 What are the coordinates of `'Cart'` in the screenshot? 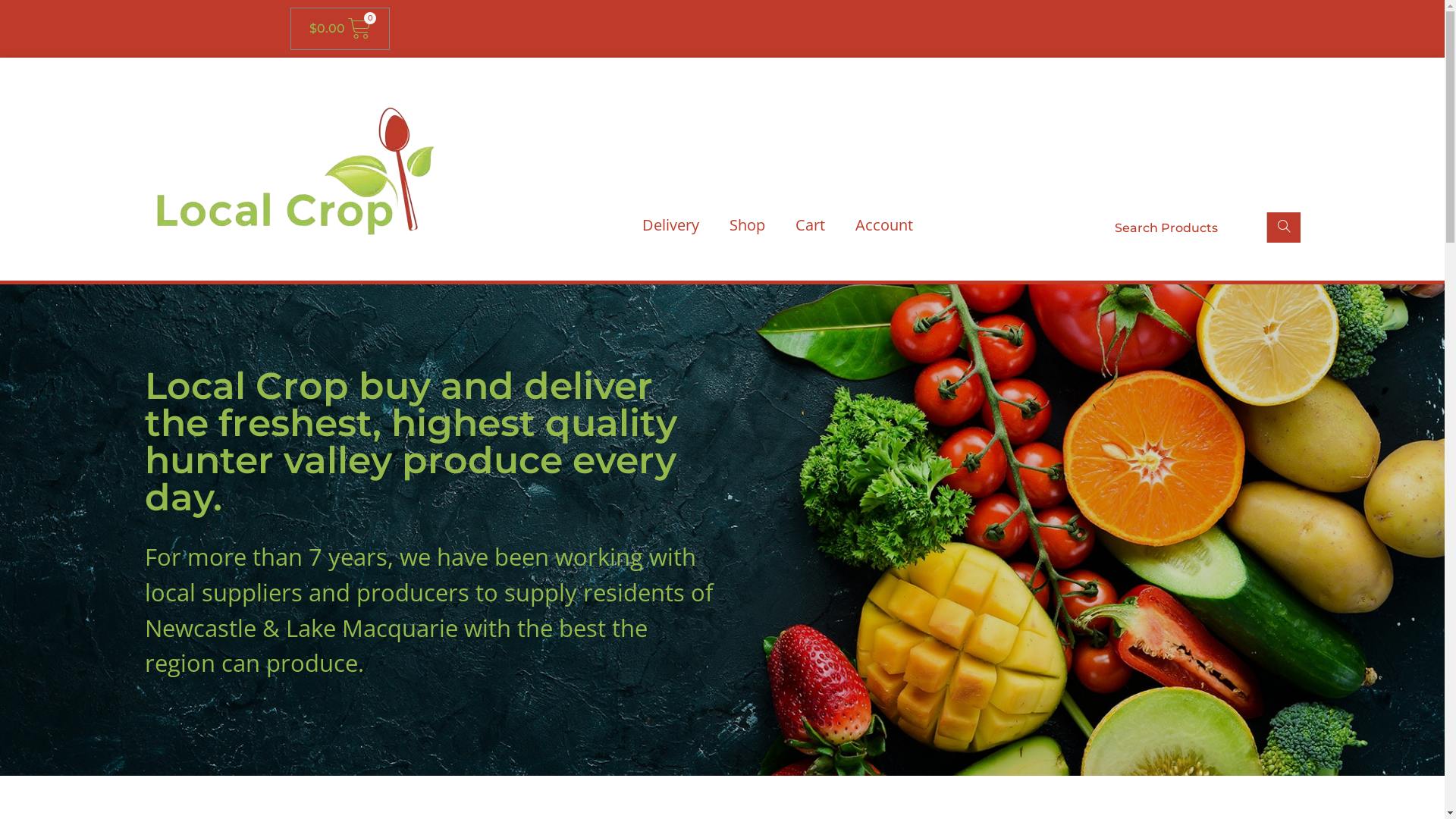 It's located at (808, 225).